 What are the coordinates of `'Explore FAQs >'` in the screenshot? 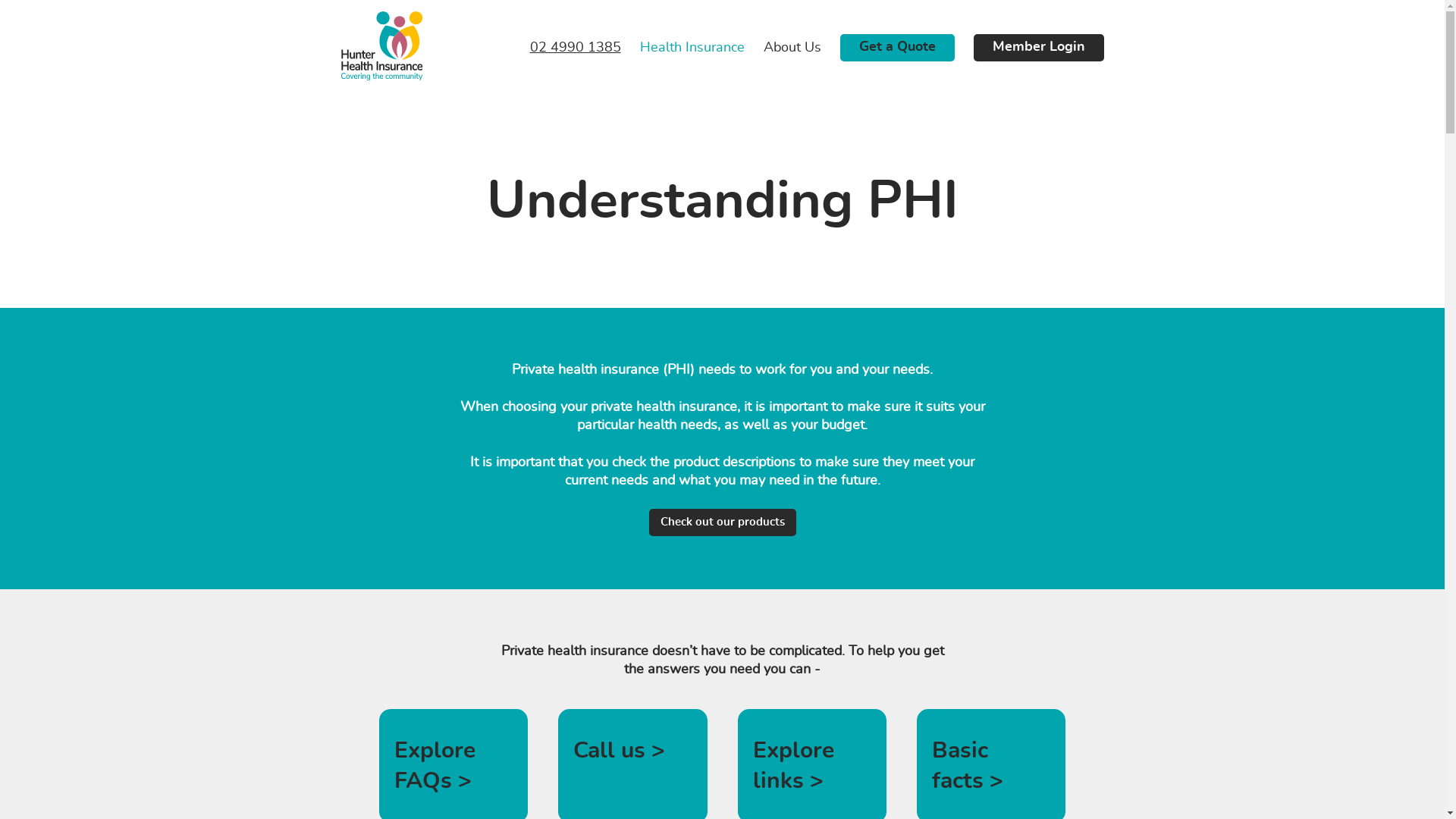 It's located at (394, 766).